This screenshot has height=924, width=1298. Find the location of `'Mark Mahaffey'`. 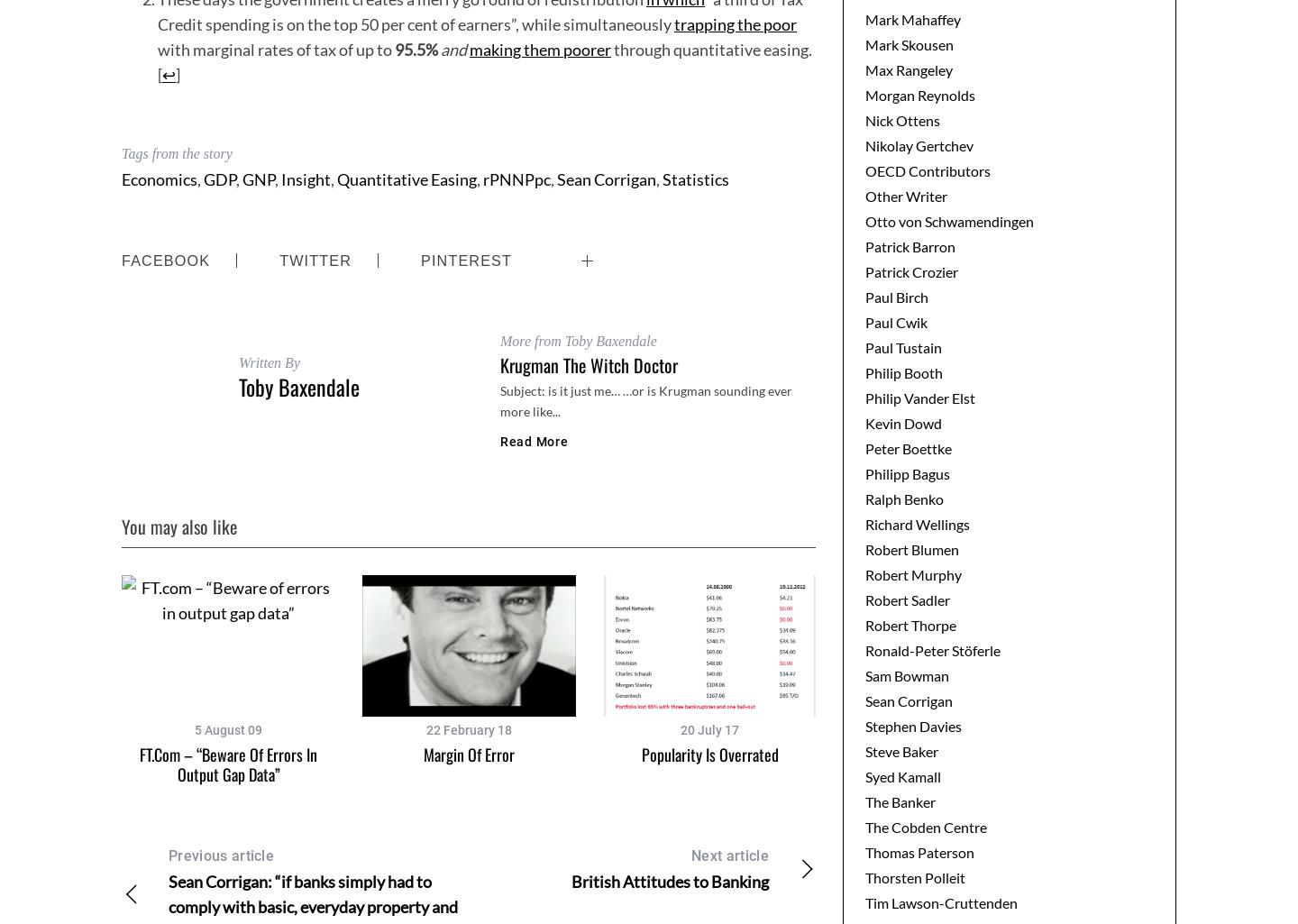

'Mark Mahaffey' is located at coordinates (865, 18).